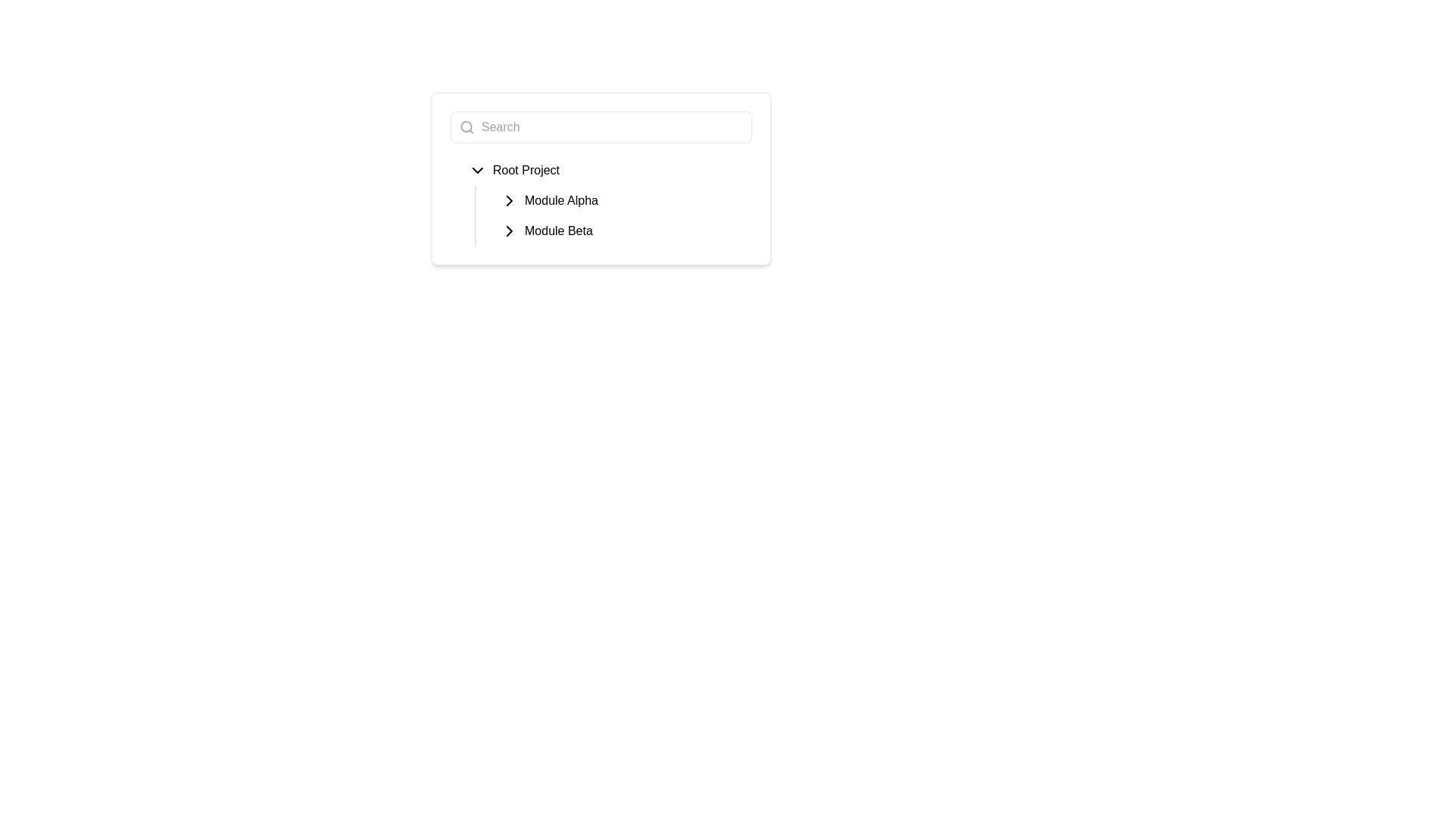  I want to click on the 'Module Alpha' text label, so click(560, 200).